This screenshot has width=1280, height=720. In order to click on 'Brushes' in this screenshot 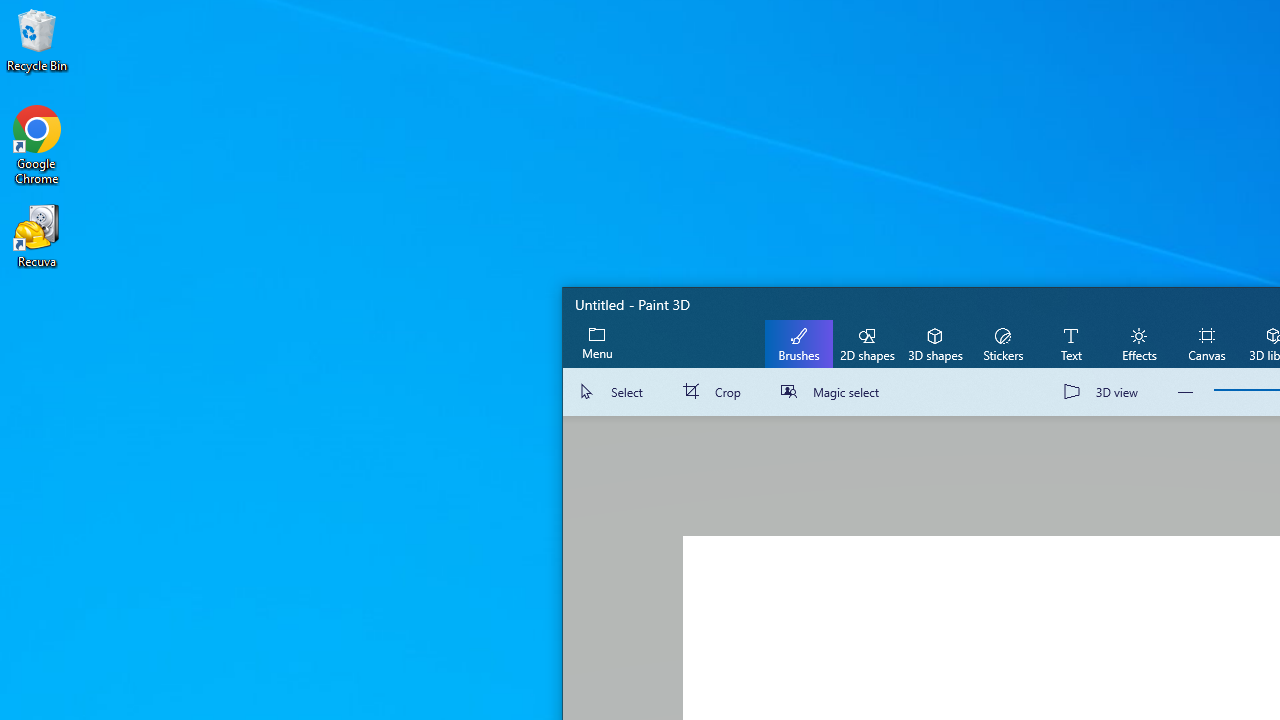, I will do `click(798, 342)`.